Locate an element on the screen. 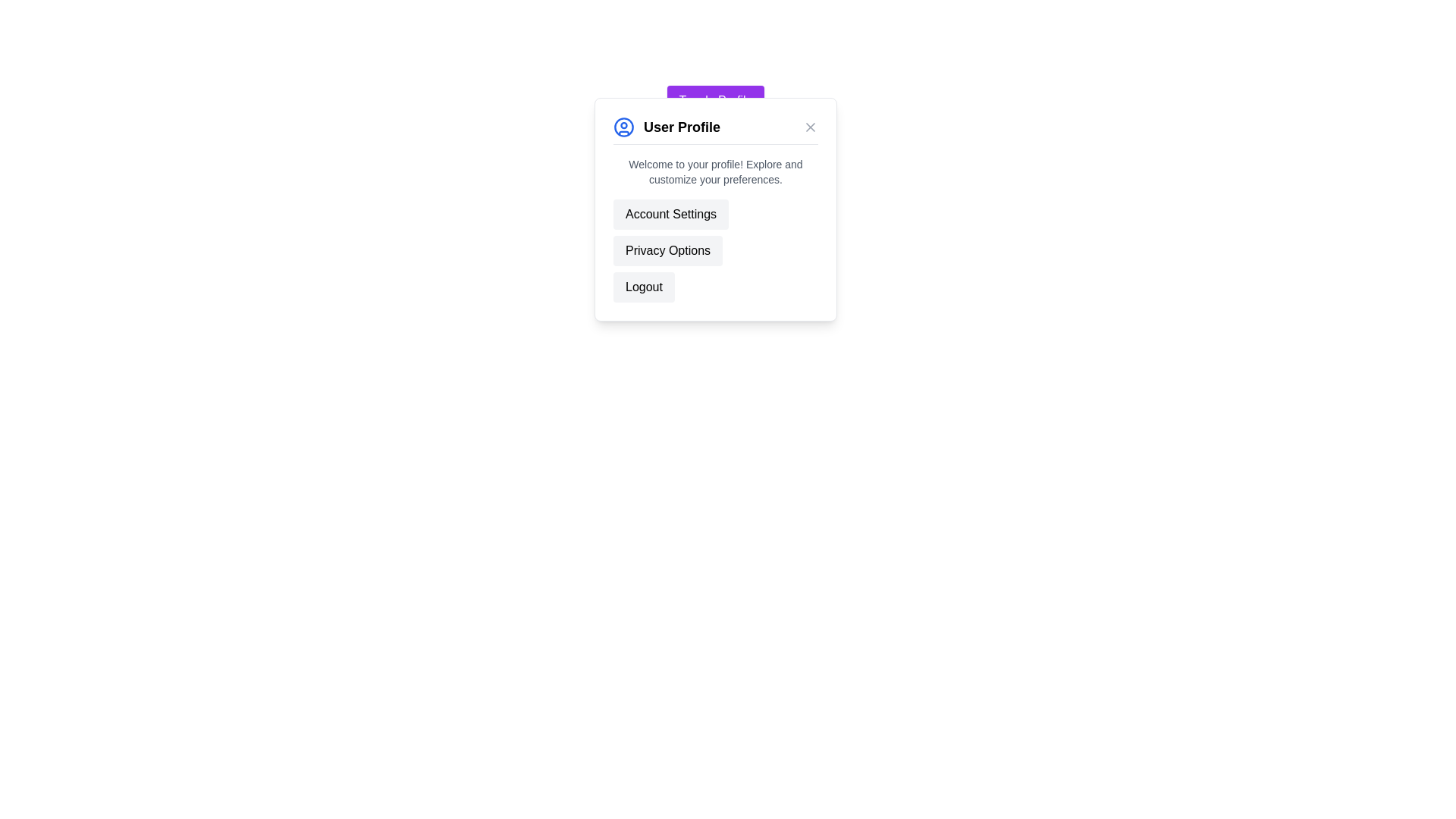 The image size is (1456, 819). the 'Privacy Options' button in the navigation menu located within the modal interface towards the center-right, below the user profile welcome message is located at coordinates (715, 250).